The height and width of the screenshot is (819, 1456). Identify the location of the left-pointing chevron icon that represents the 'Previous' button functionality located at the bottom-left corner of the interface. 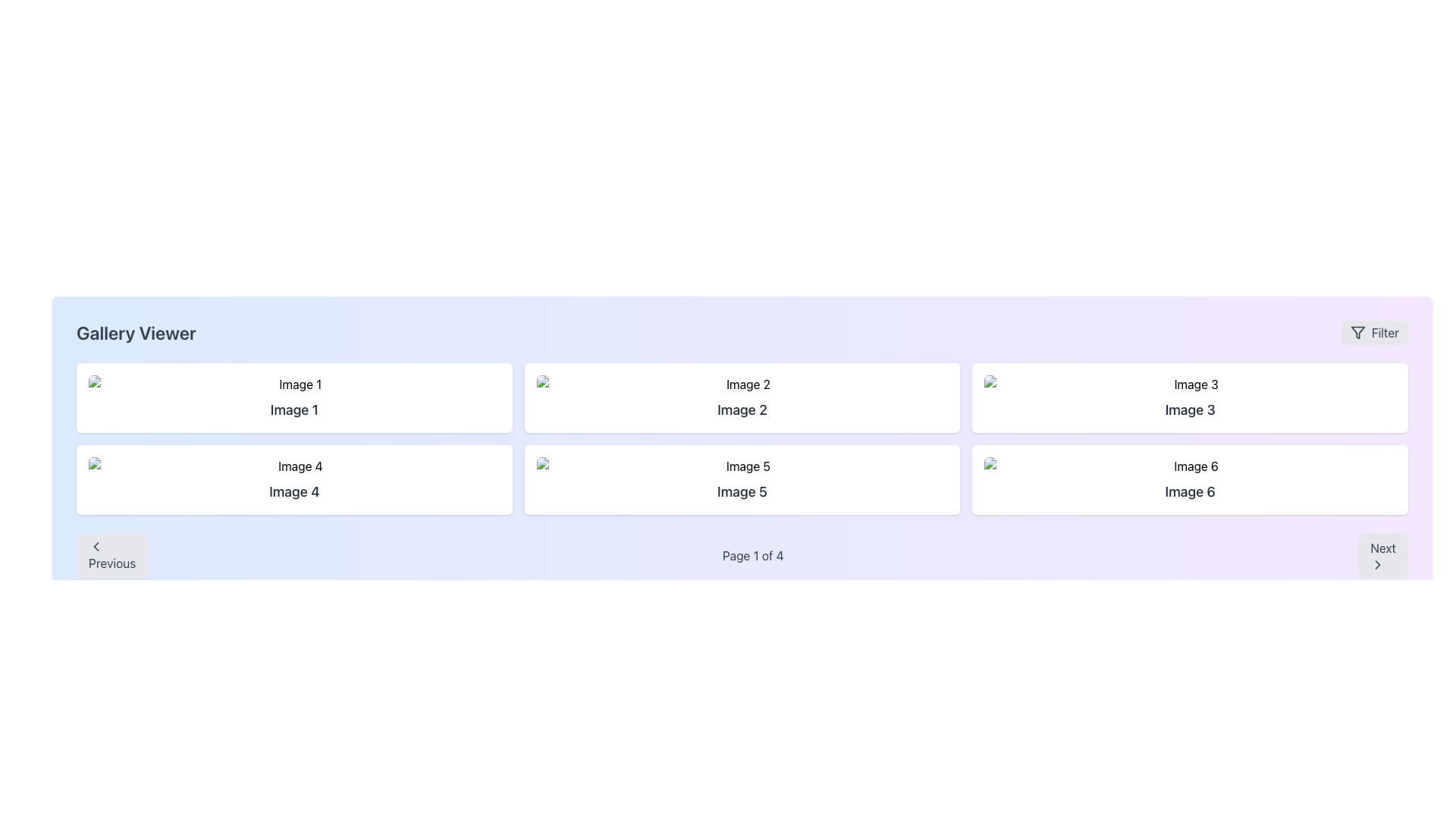
(95, 547).